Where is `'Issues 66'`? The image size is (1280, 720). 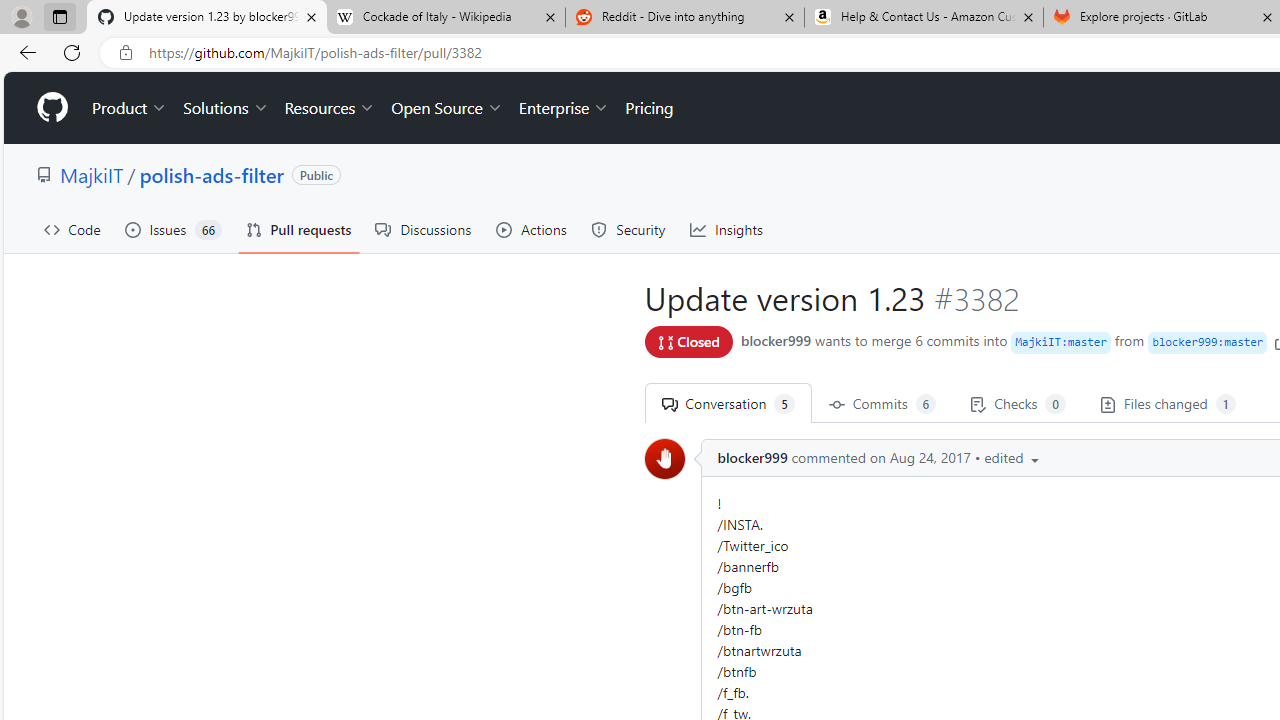
'Issues 66' is located at coordinates (173, 229).